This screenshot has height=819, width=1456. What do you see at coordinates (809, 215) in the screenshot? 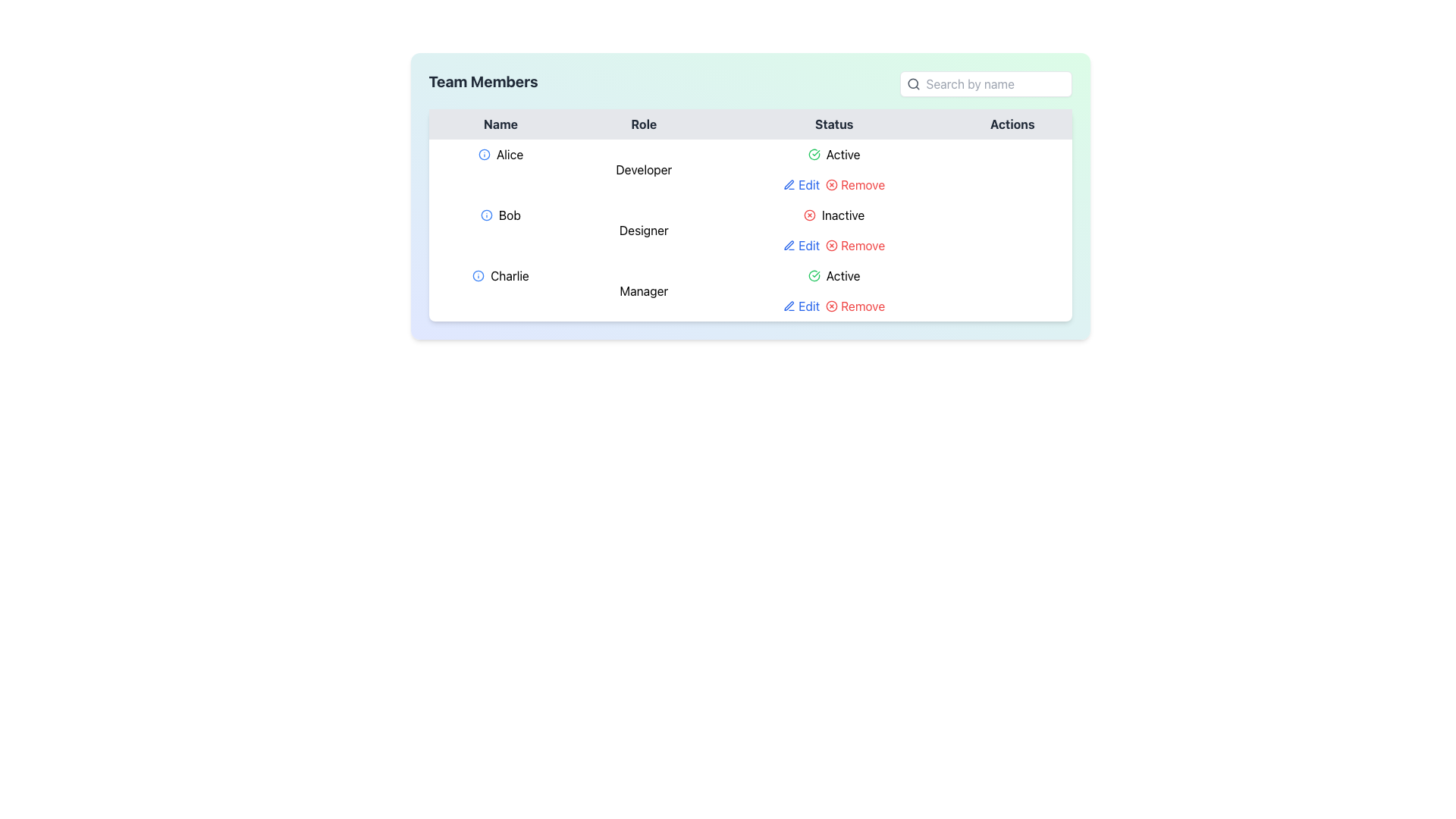
I see `the circular red outlined icon with a red 'X' symbol located under the 'Status' column next to 'Bob' in the 'Team Members' table, indicating 'inactive'` at bounding box center [809, 215].